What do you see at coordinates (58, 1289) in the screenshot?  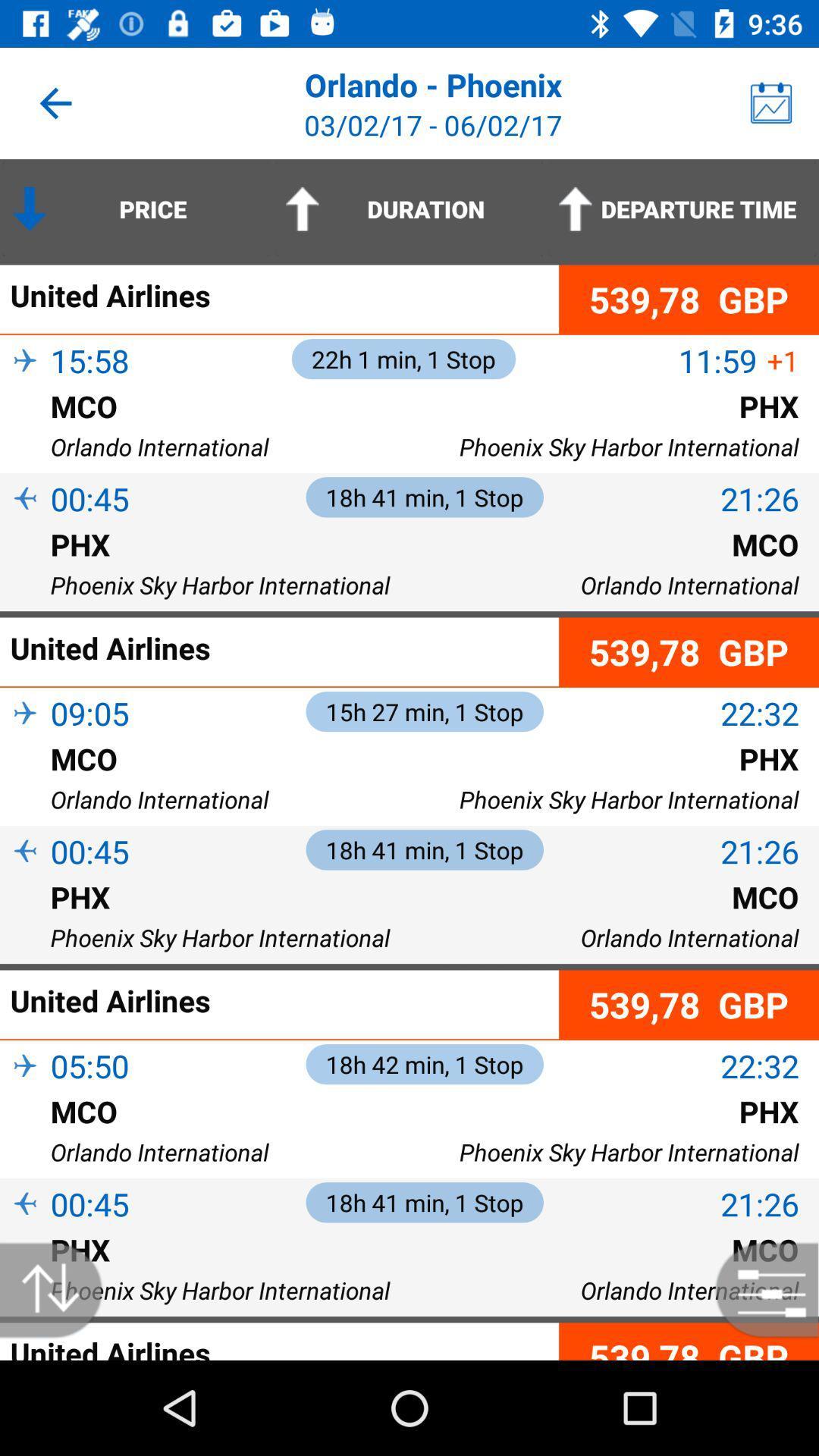 I see `change order of flights` at bounding box center [58, 1289].